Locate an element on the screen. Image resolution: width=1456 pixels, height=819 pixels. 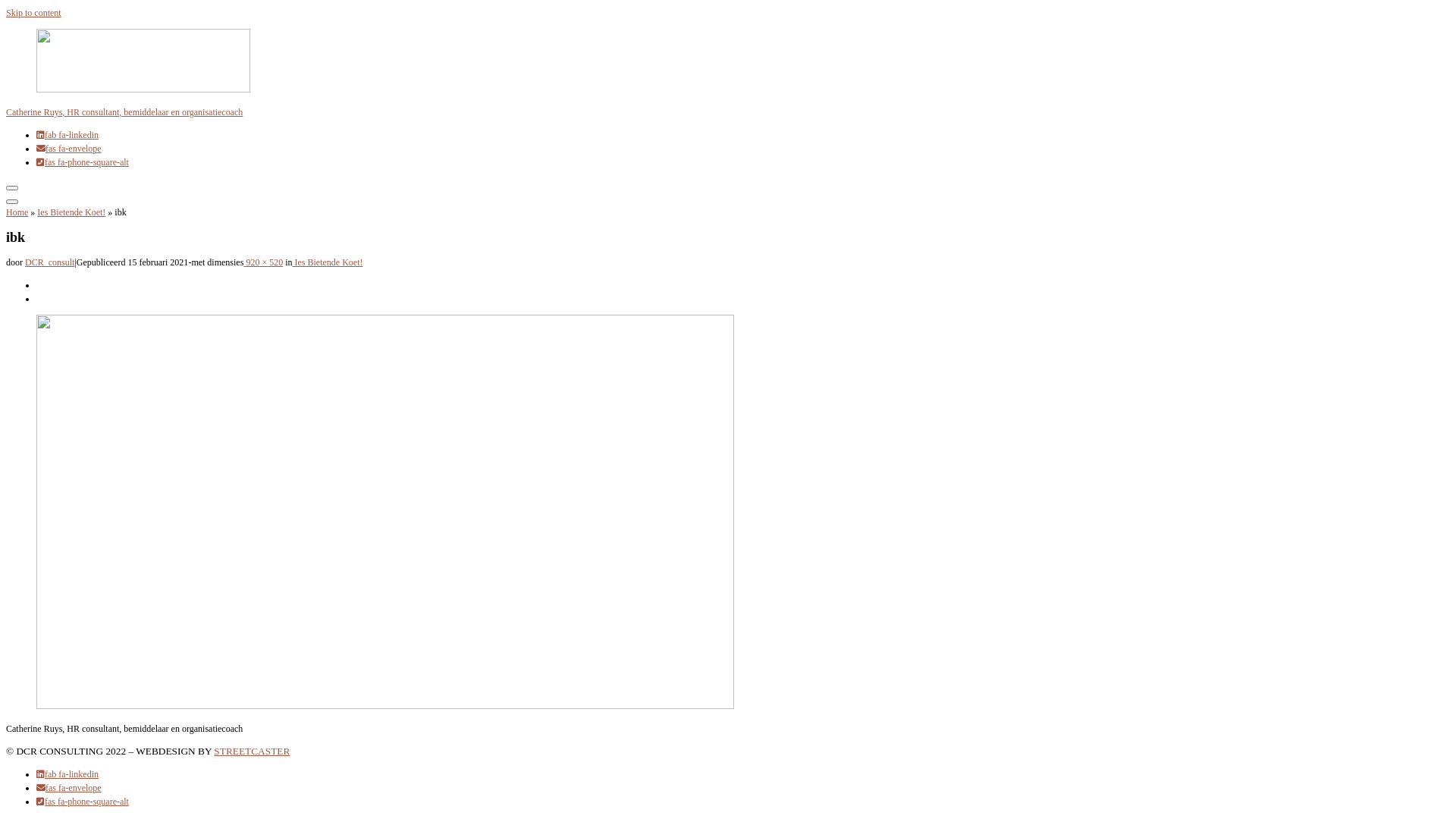
'Ies Bietende Koet!' is located at coordinates (327, 262).